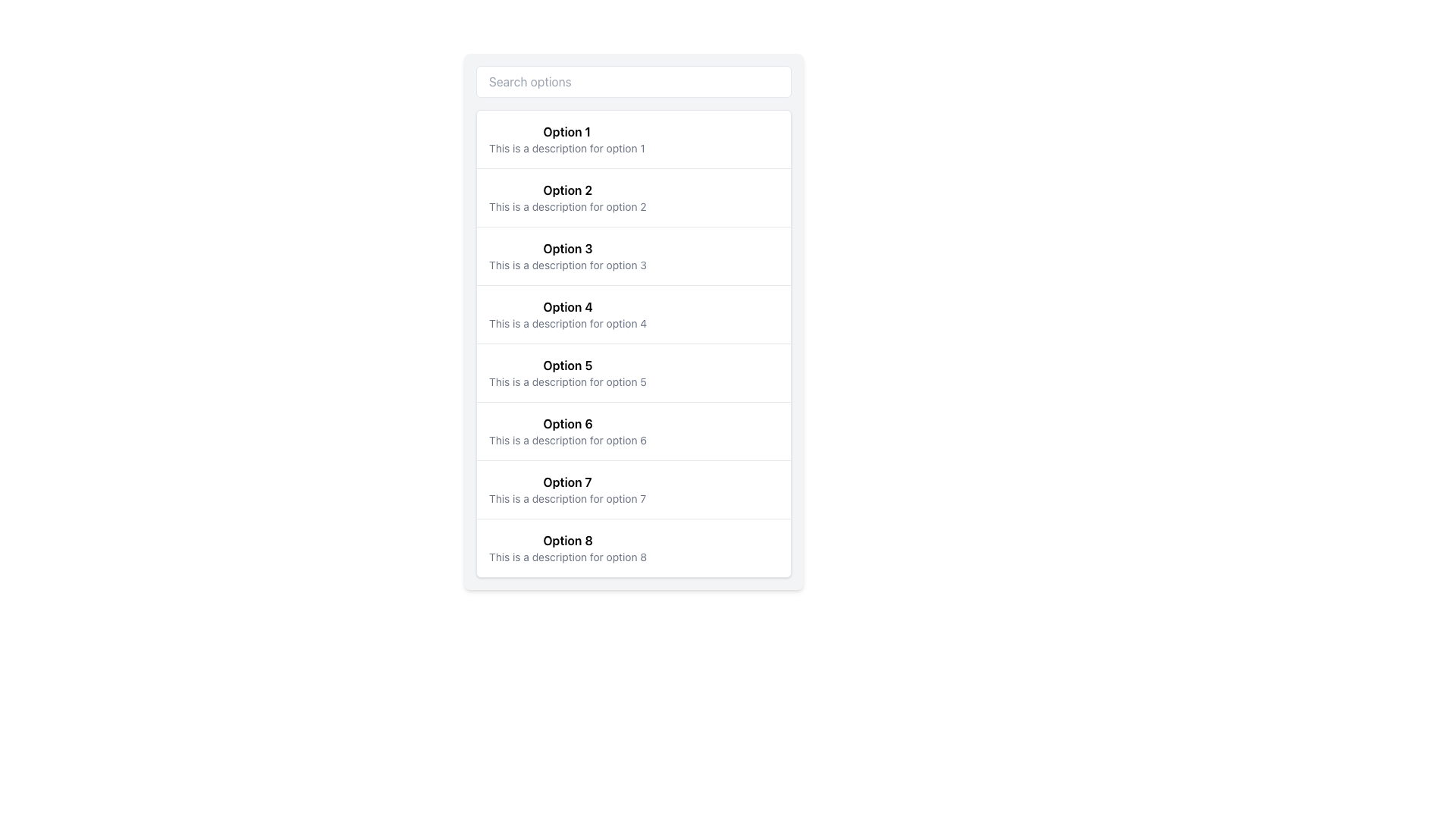  Describe the element at coordinates (566, 130) in the screenshot. I see `the bold-styled static text reading 'Option 1', which is positioned at the top-left of the content area above its description in a vertically-stacked list of selectable options` at that location.